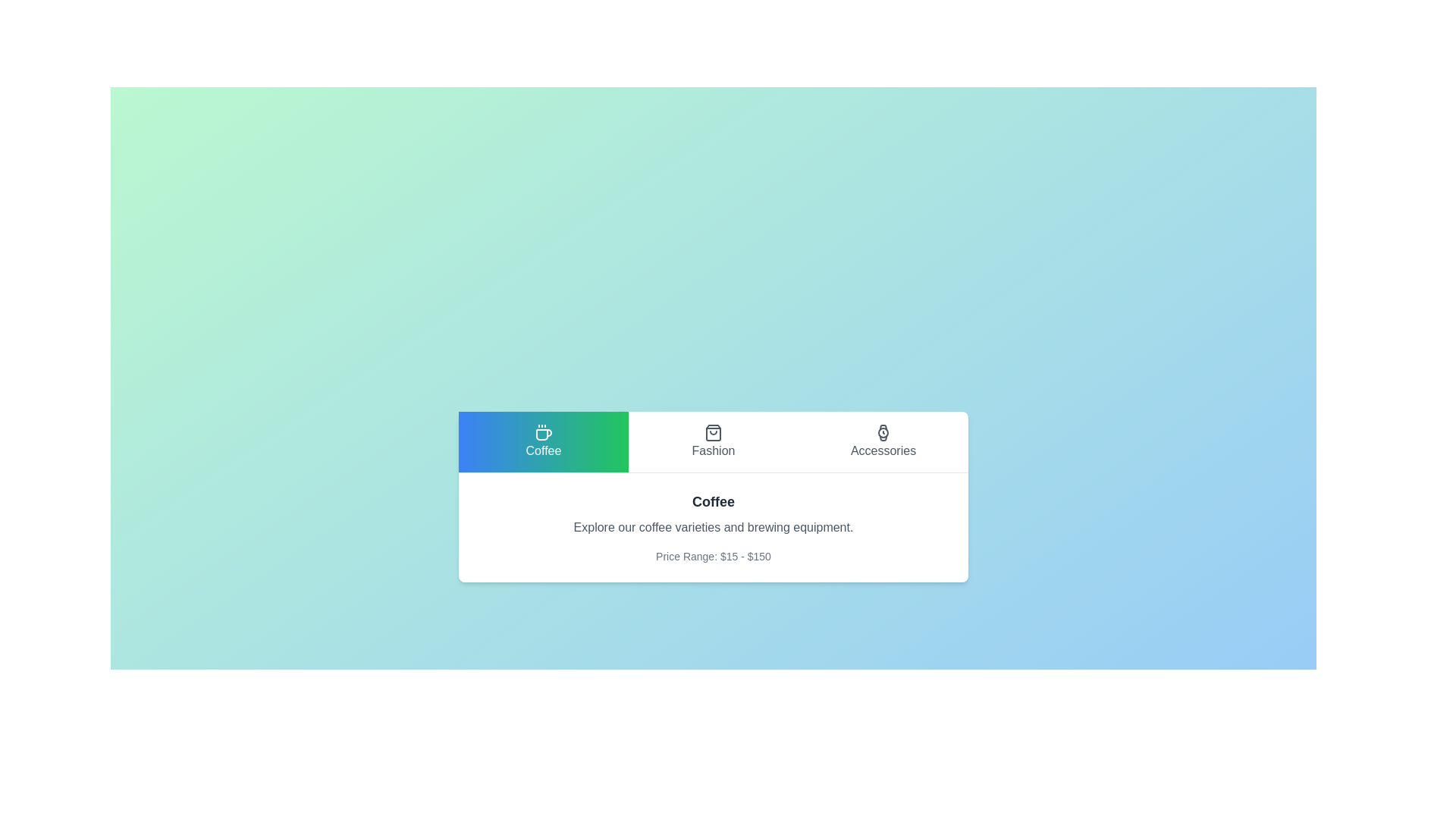 Image resolution: width=1456 pixels, height=819 pixels. Describe the element at coordinates (543, 441) in the screenshot. I see `the Coffee tab` at that location.